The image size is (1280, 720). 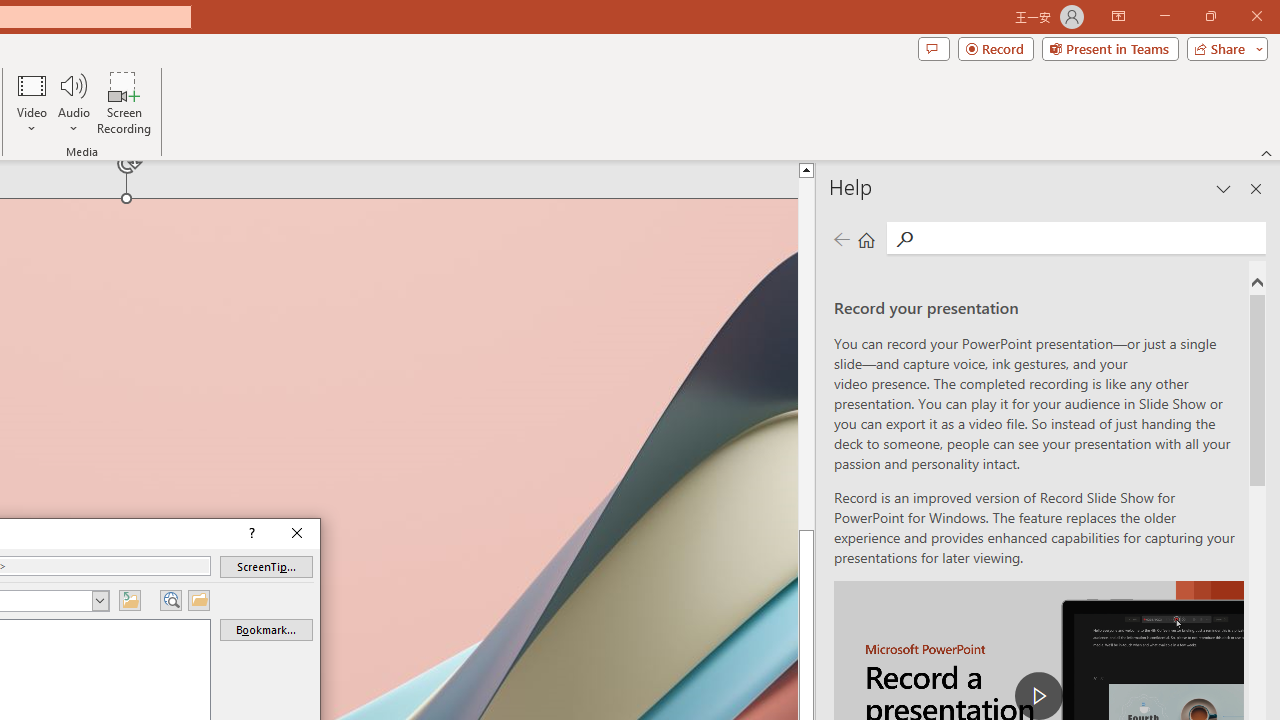 What do you see at coordinates (265, 567) in the screenshot?
I see `'ScreenTip...'` at bounding box center [265, 567].